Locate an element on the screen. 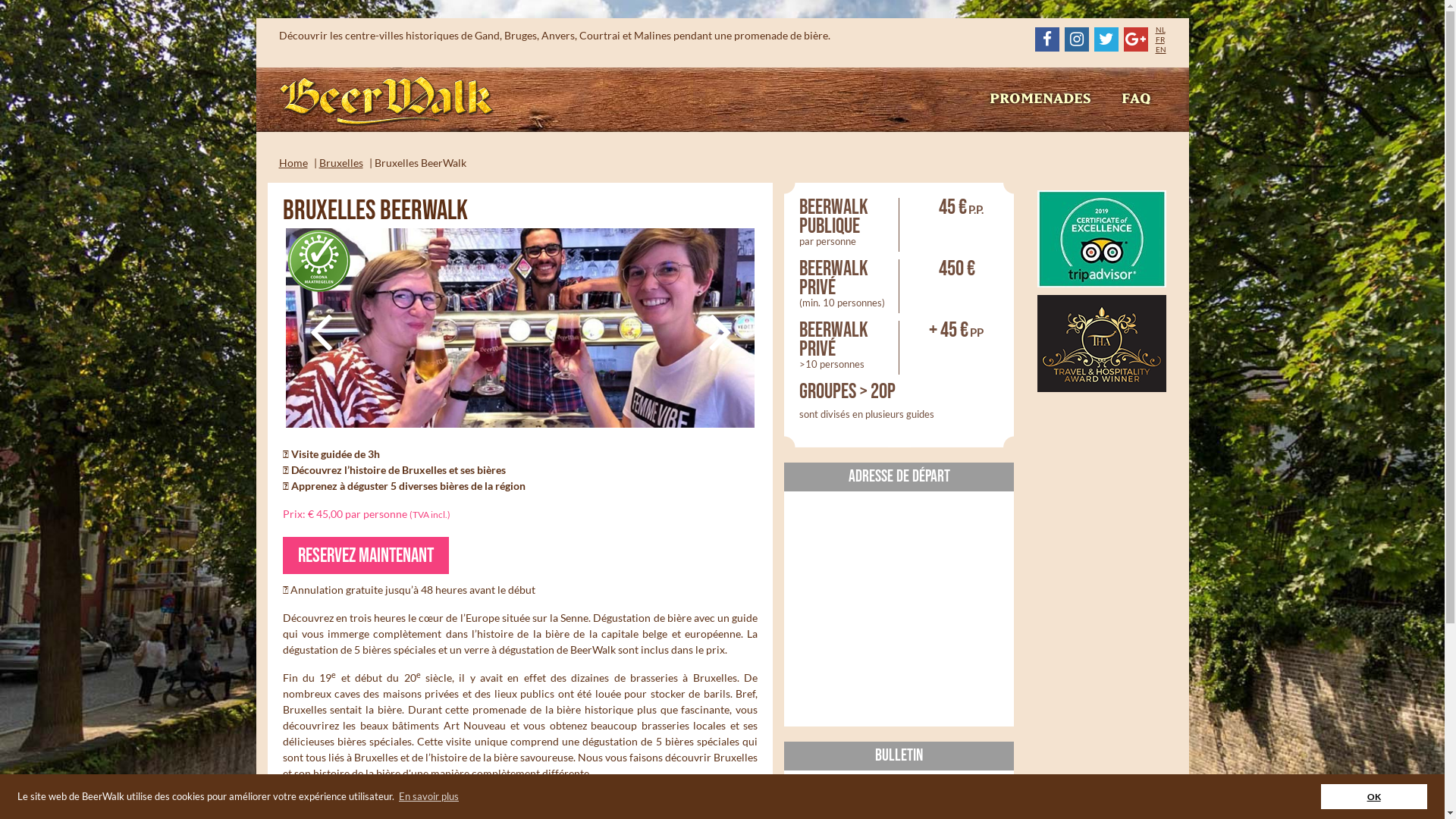 This screenshot has height=819, width=1456. 'BeerWalk - Historische stadswandelingen' is located at coordinates (387, 100).